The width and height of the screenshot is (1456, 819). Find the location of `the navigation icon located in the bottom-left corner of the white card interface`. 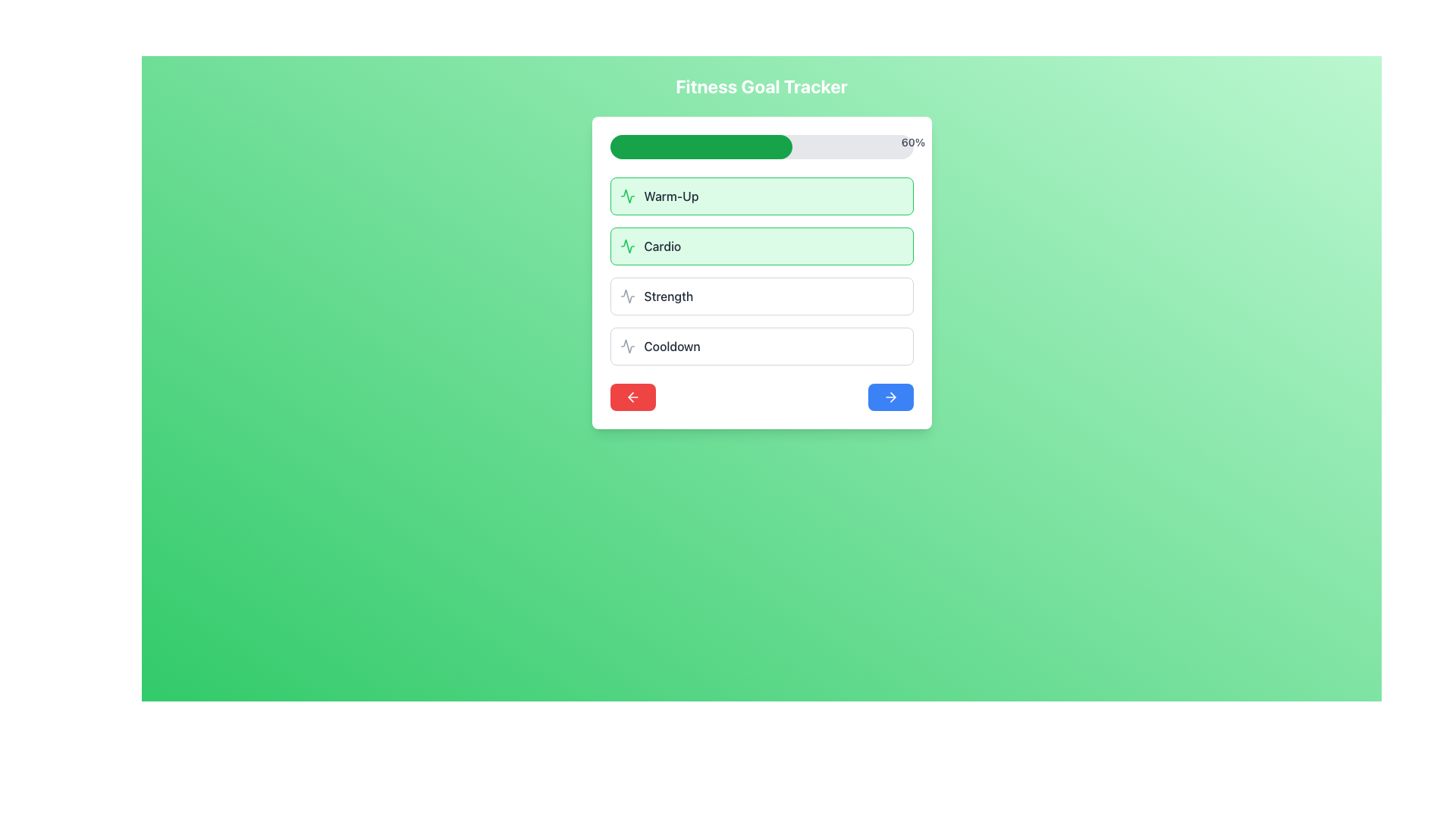

the navigation icon located in the bottom-left corner of the white card interface is located at coordinates (632, 397).